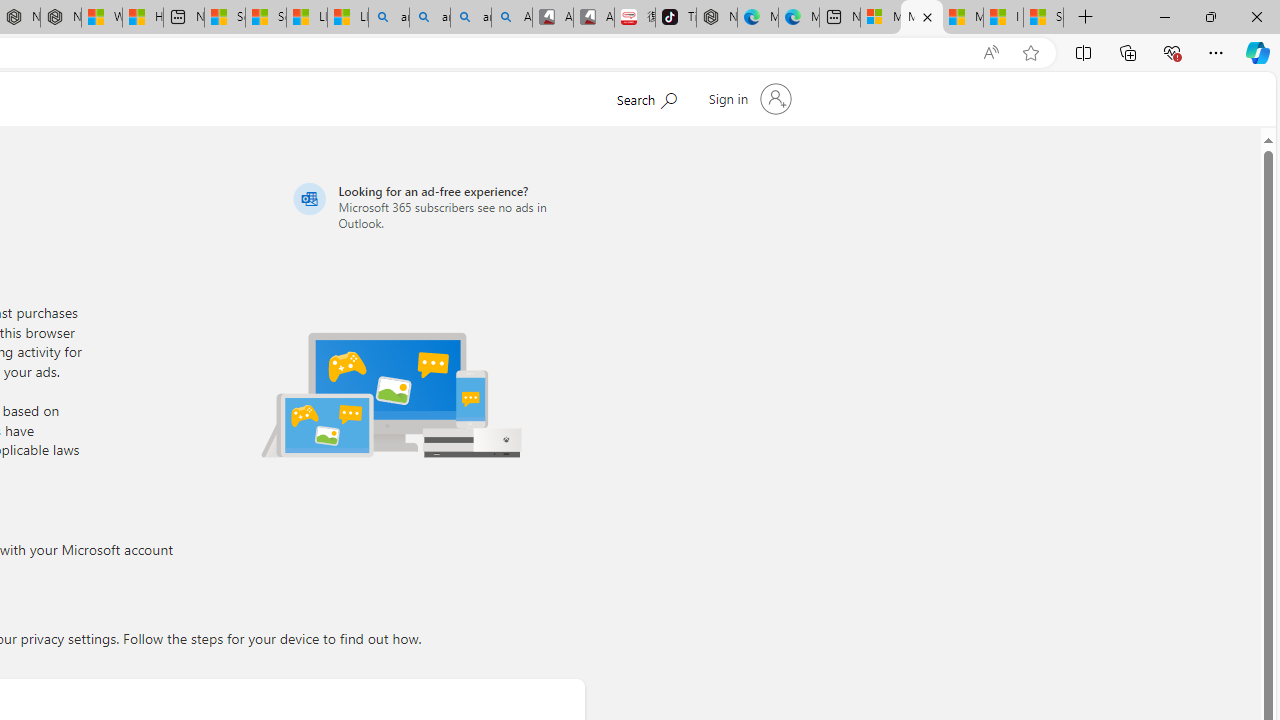  Describe the element at coordinates (141, 17) in the screenshot. I see `'Huge shark washes ashore at New York City beach | Watch'` at that location.